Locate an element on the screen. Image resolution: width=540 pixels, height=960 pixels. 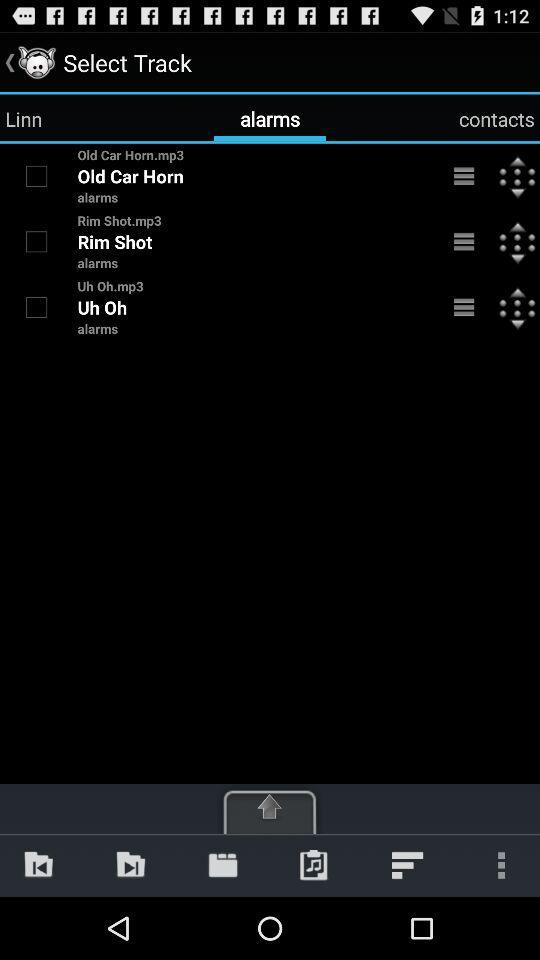
alarm is located at coordinates (36, 240).